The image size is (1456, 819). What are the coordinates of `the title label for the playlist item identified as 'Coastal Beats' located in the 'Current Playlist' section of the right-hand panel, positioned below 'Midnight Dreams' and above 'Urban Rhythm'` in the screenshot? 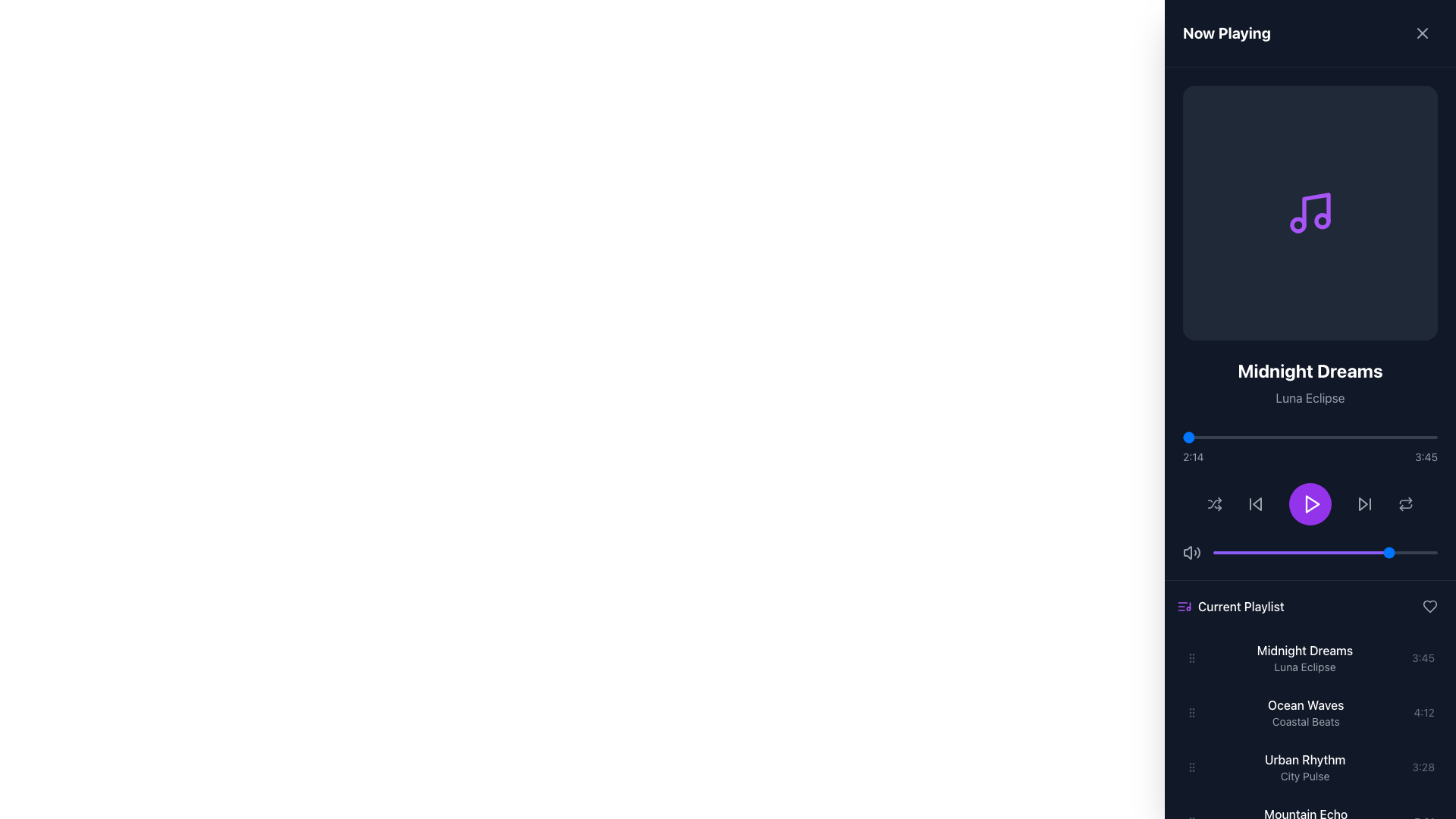 It's located at (1305, 704).